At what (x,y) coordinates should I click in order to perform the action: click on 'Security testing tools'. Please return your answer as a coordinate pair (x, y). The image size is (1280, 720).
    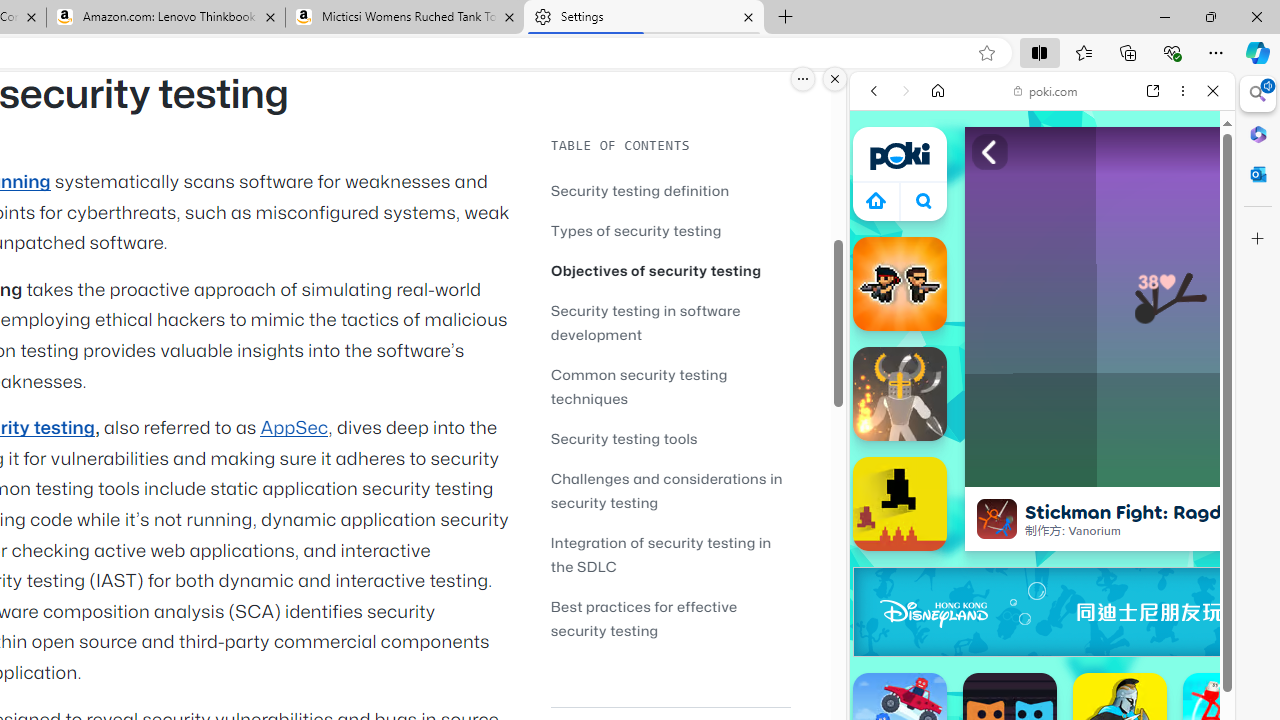
    Looking at the image, I should click on (623, 437).